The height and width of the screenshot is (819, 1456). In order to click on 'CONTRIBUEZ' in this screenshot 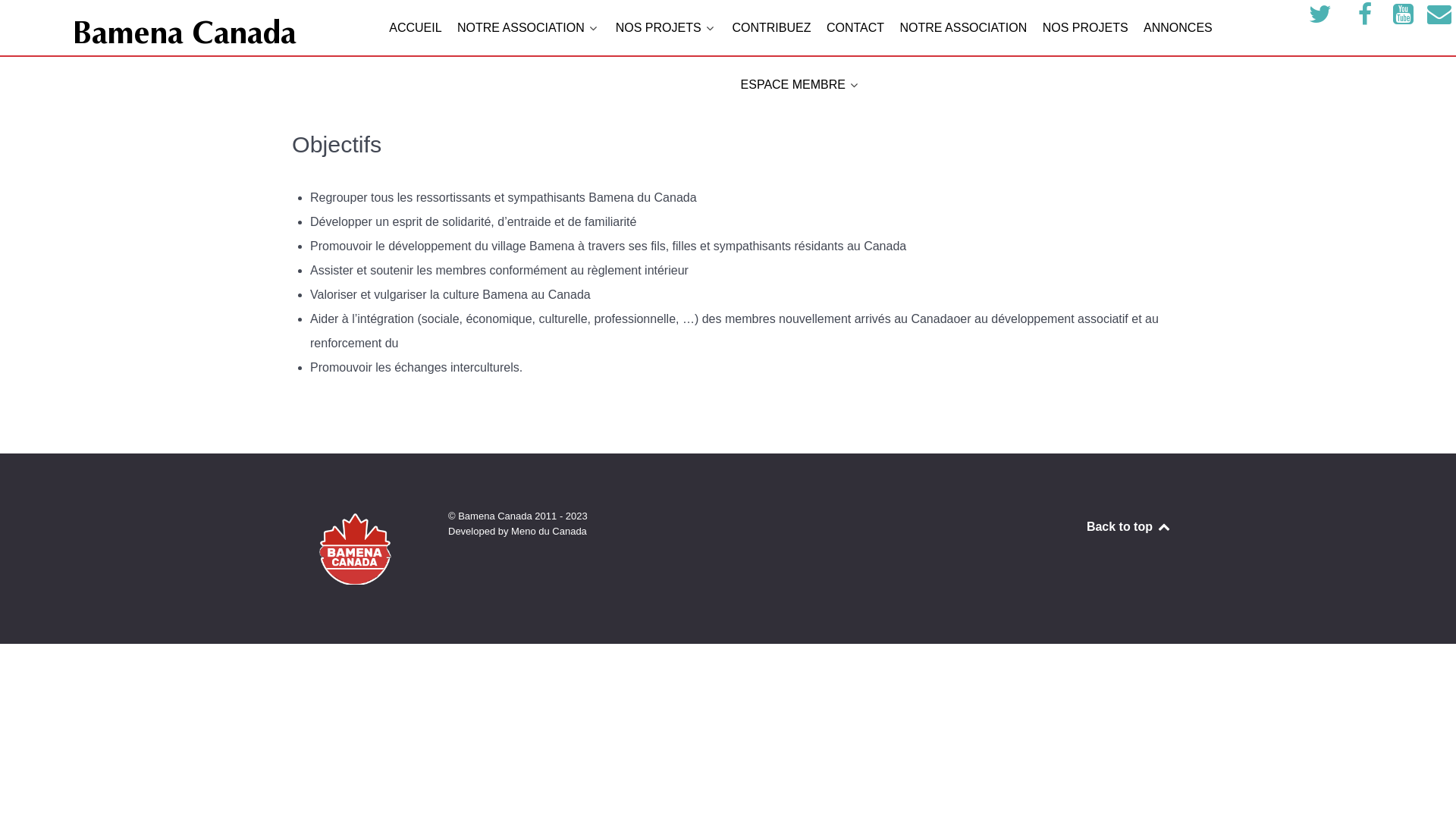, I will do `click(771, 29)`.